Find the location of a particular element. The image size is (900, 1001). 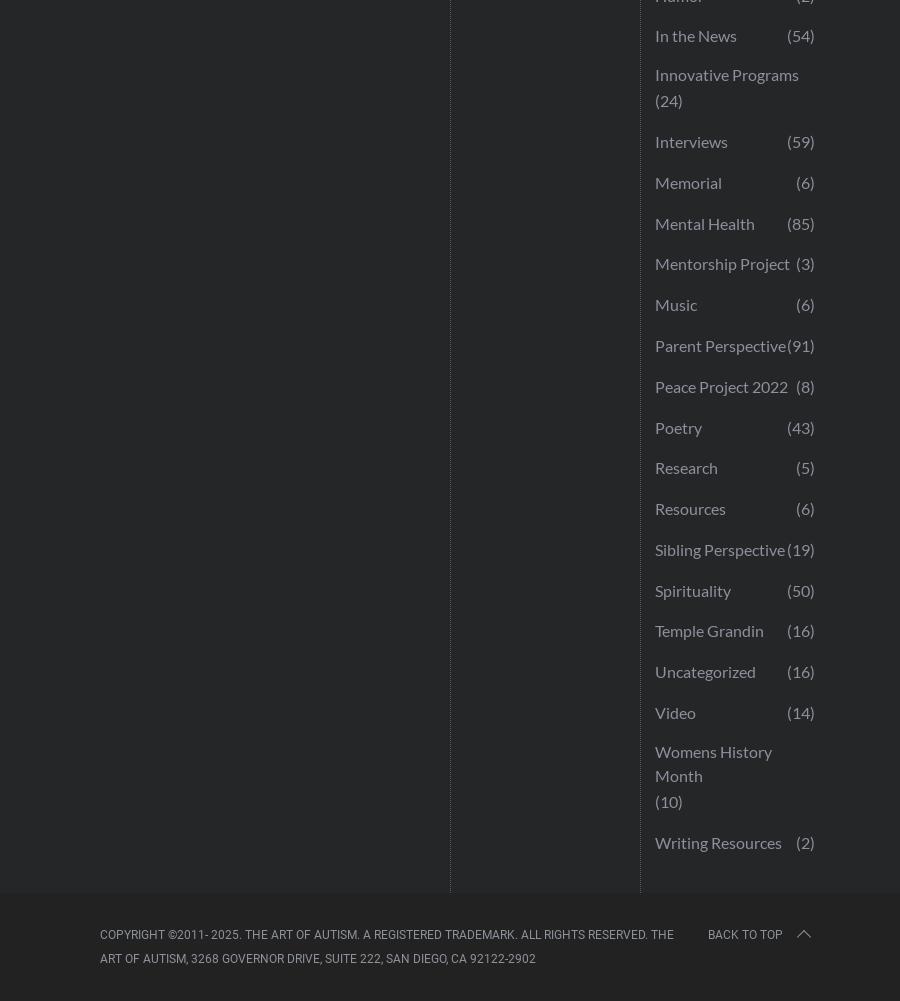

'(10)' is located at coordinates (668, 799).